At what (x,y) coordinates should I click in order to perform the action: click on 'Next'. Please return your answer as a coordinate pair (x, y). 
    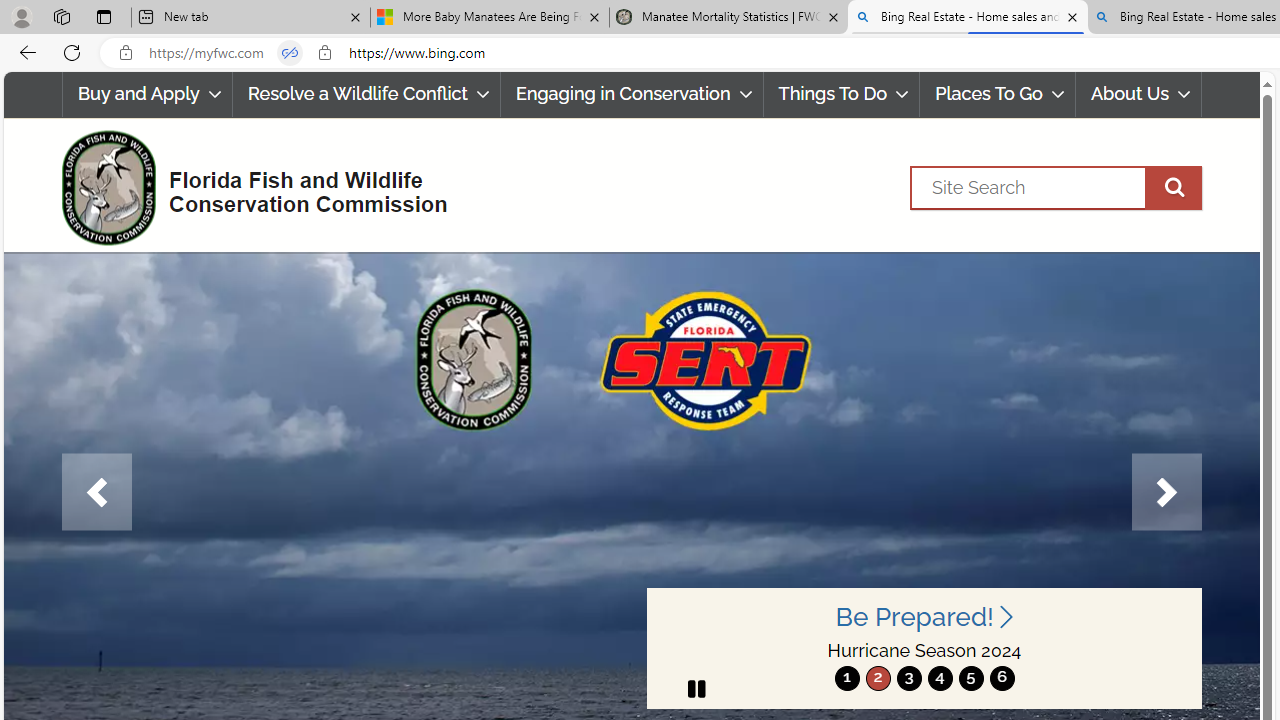
    Looking at the image, I should click on (1166, 492).